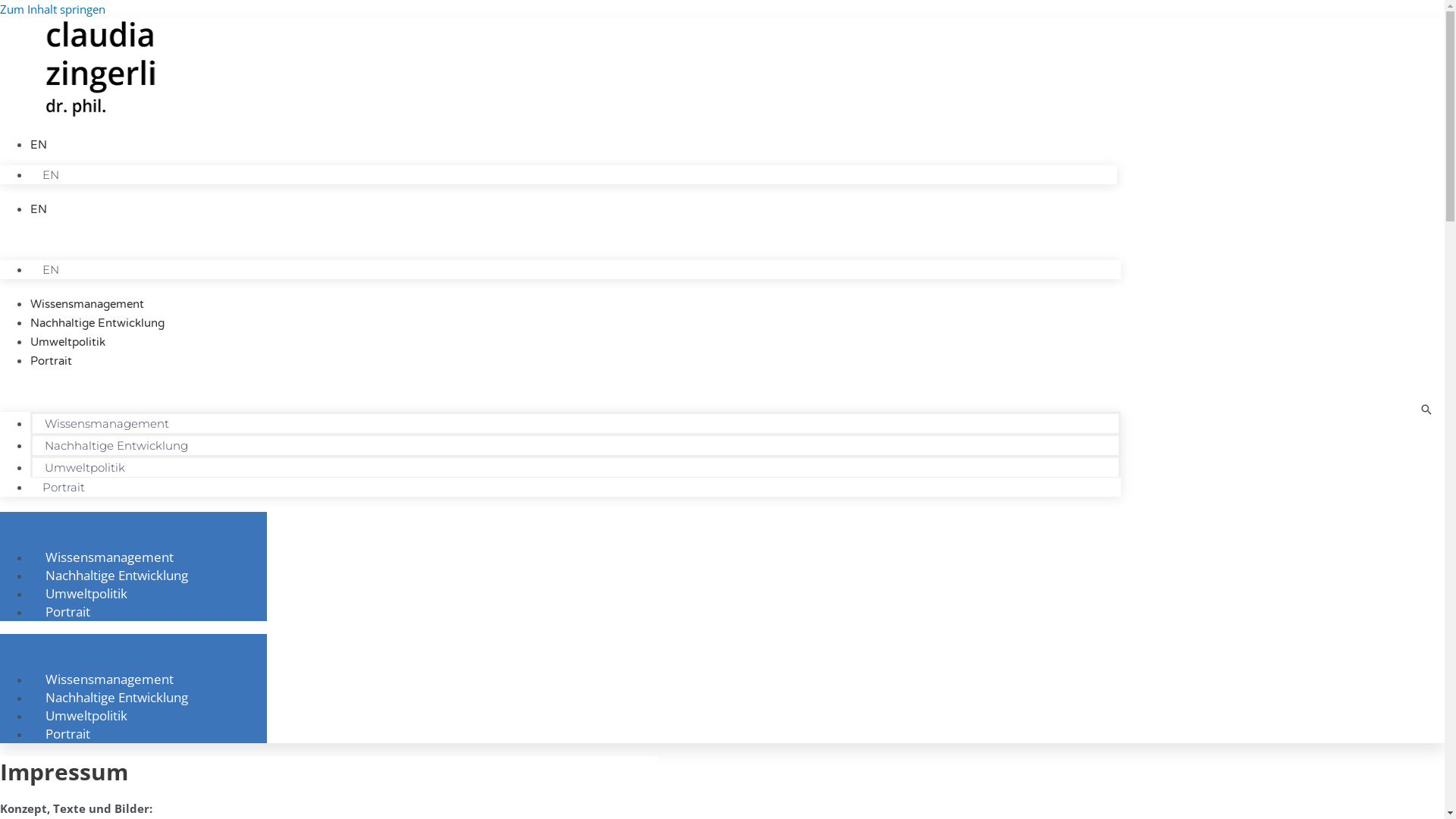 The image size is (1456, 819). I want to click on 'Wissensmanagement', so click(108, 556).